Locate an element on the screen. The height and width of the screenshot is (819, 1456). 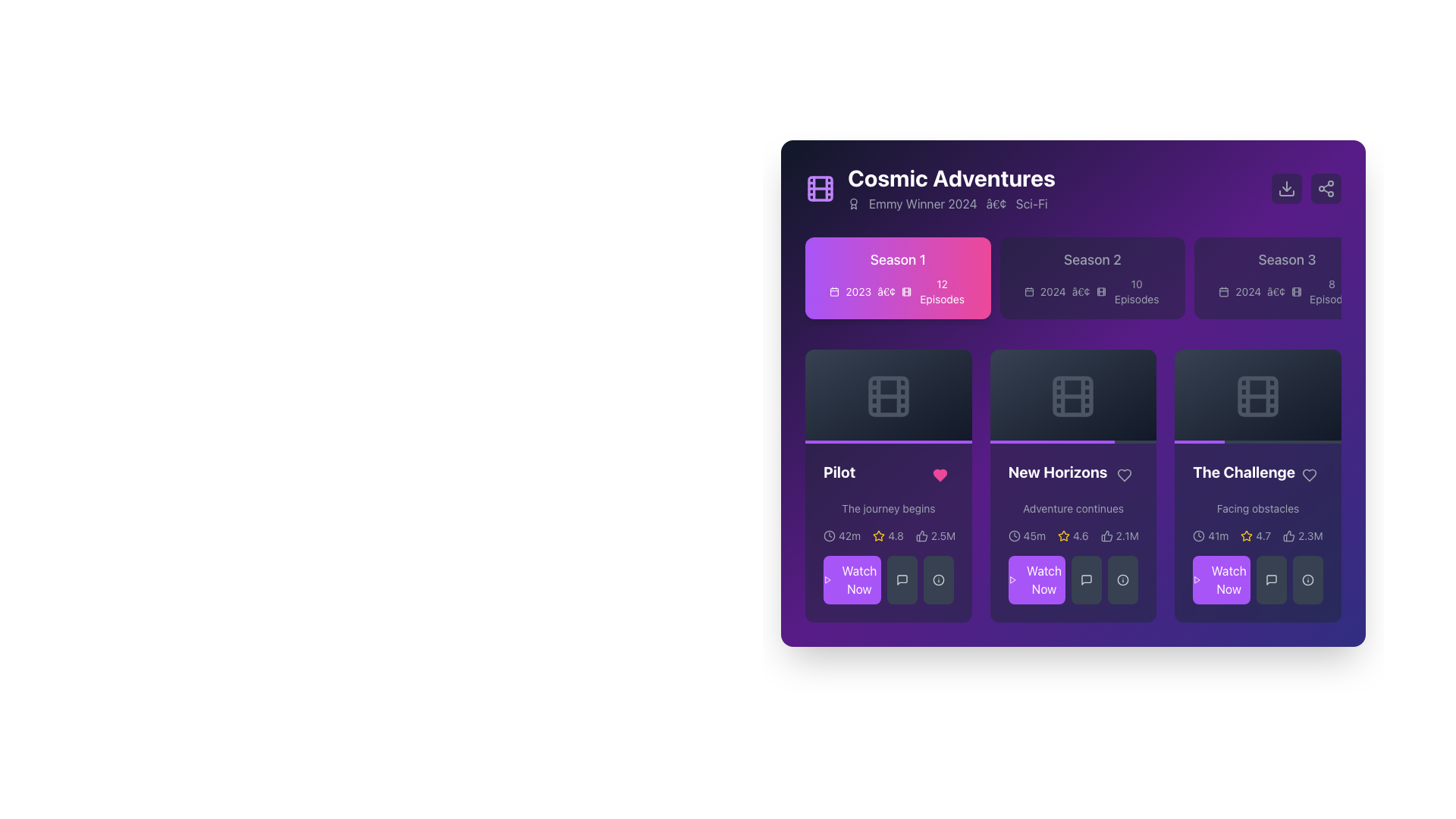
the content card for the episode 'Pilot' is located at coordinates (888, 532).